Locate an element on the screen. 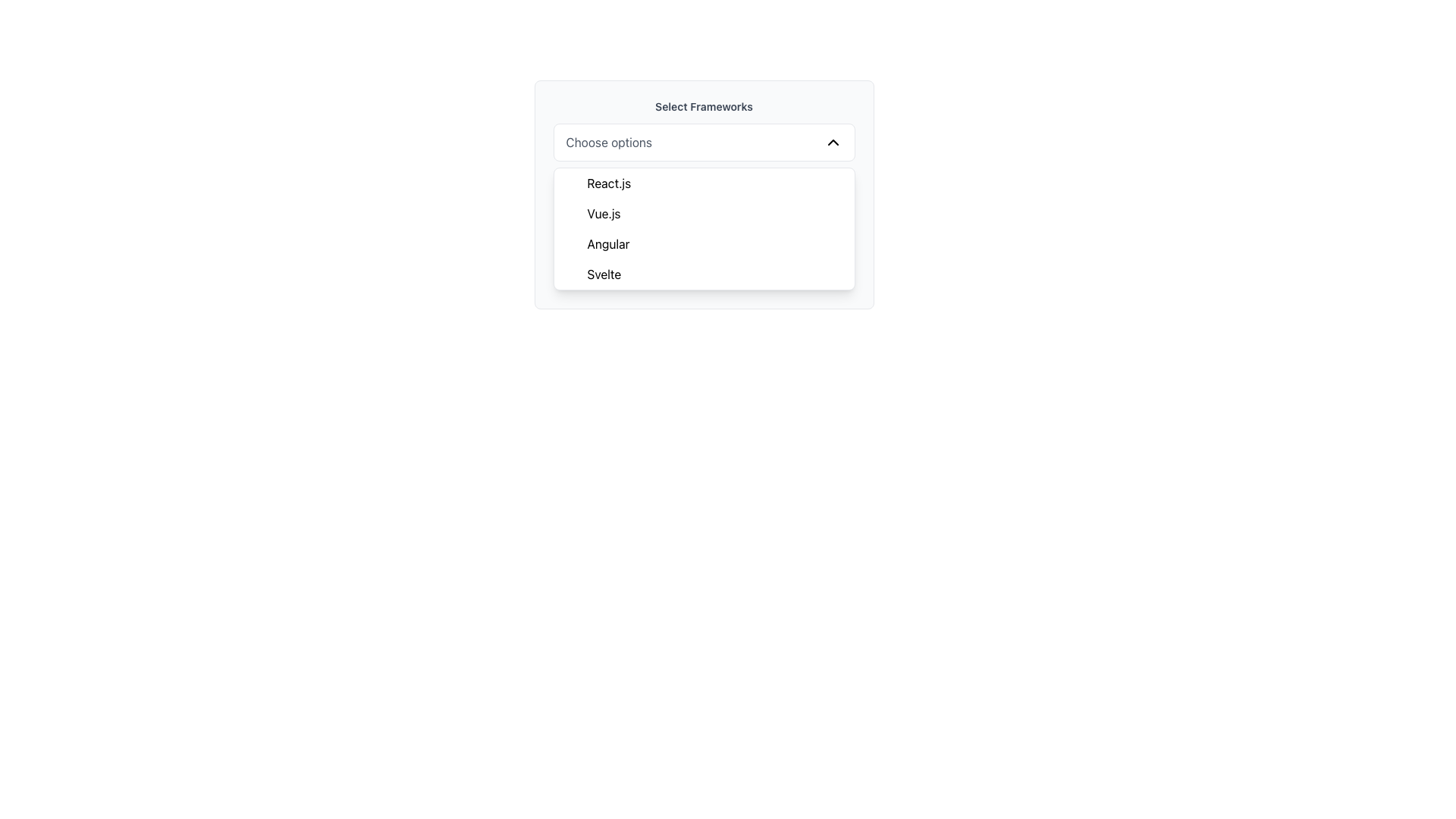  the first selectable menu item in the dropdown that represents 'React.js' is located at coordinates (703, 183).